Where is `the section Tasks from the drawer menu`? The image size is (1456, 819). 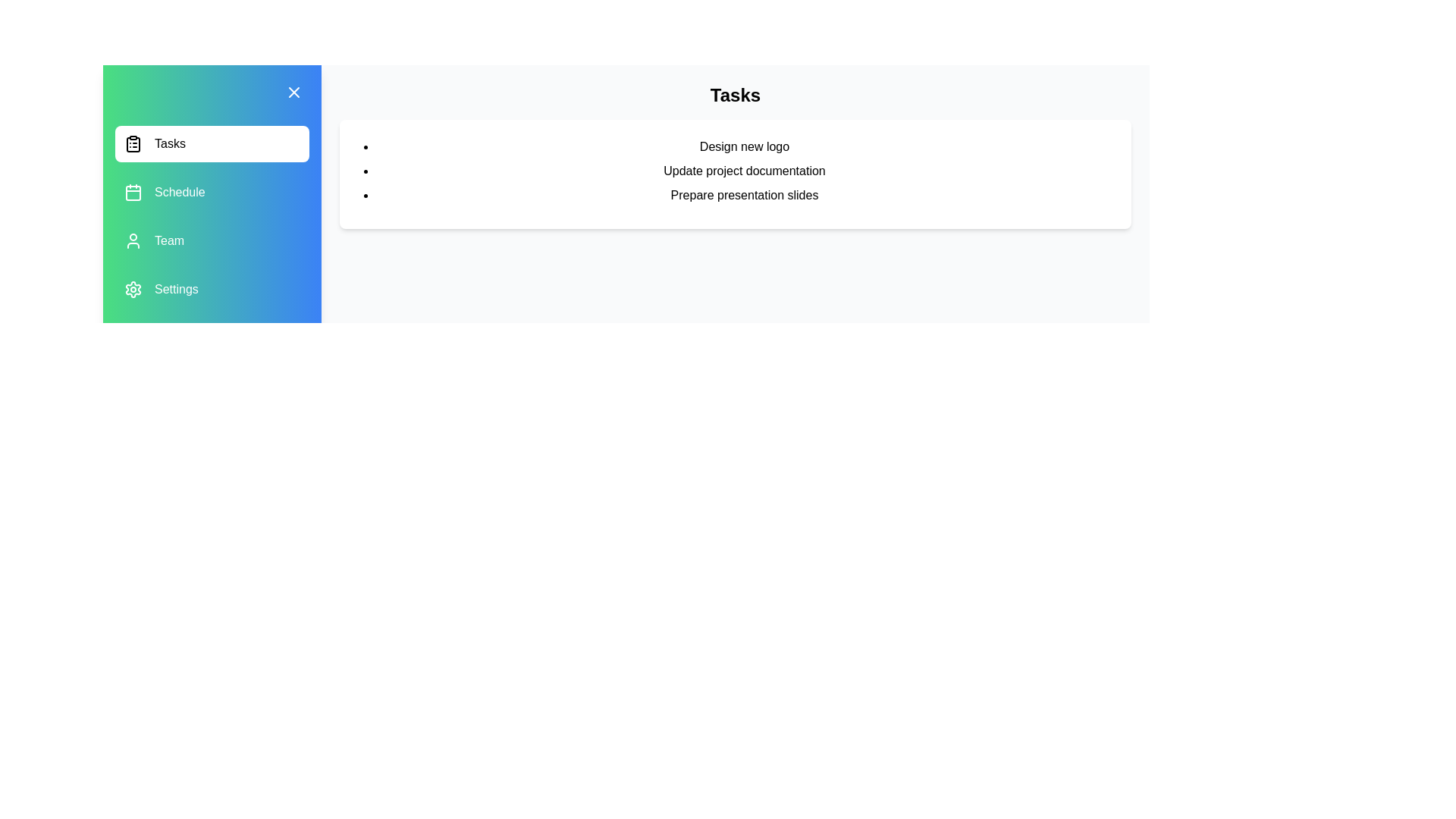 the section Tasks from the drawer menu is located at coordinates (211, 143).